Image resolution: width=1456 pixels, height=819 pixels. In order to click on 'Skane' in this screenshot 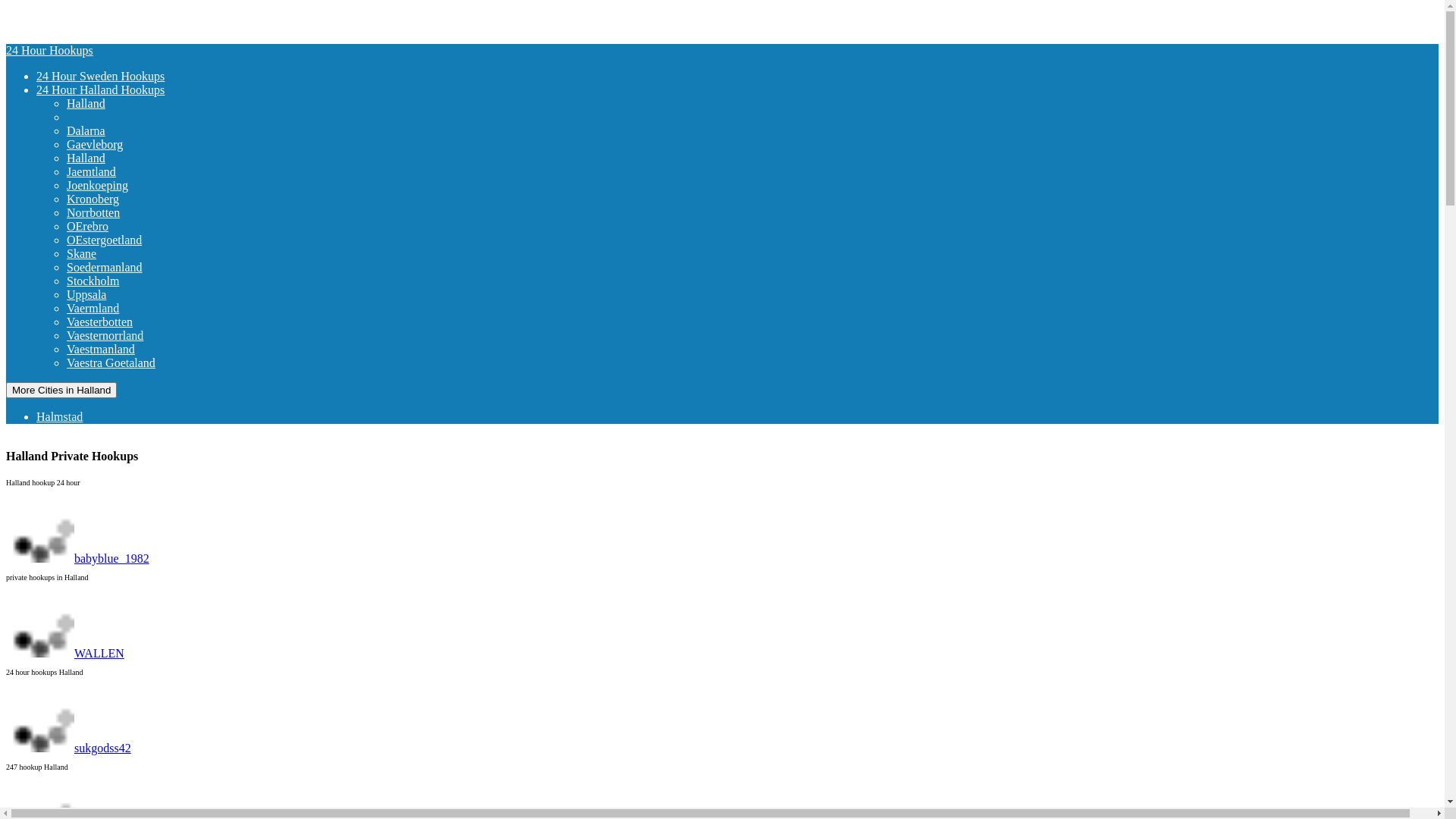, I will do `click(107, 253)`.